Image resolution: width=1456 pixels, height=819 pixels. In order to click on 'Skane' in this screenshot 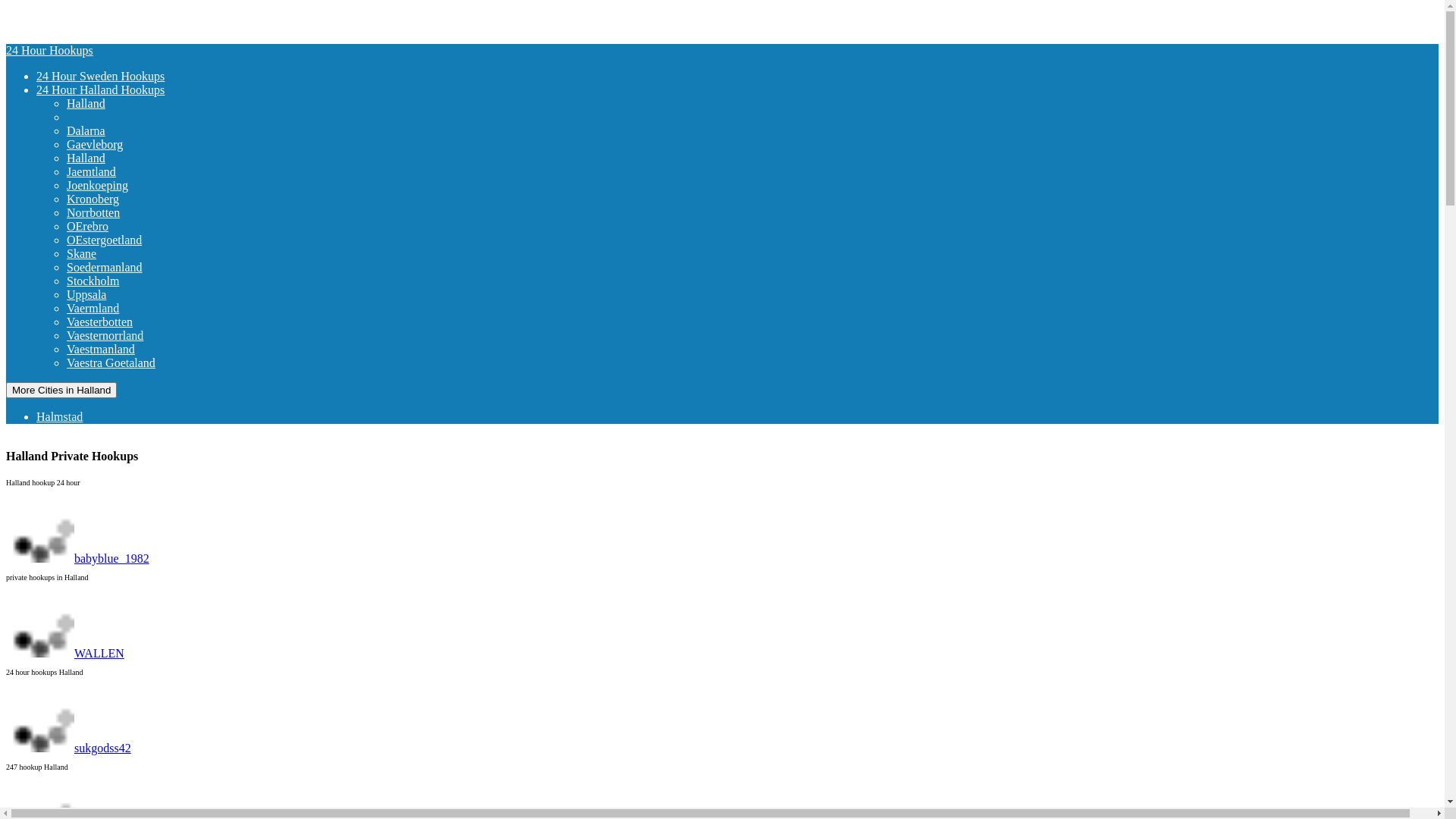, I will do `click(107, 253)`.